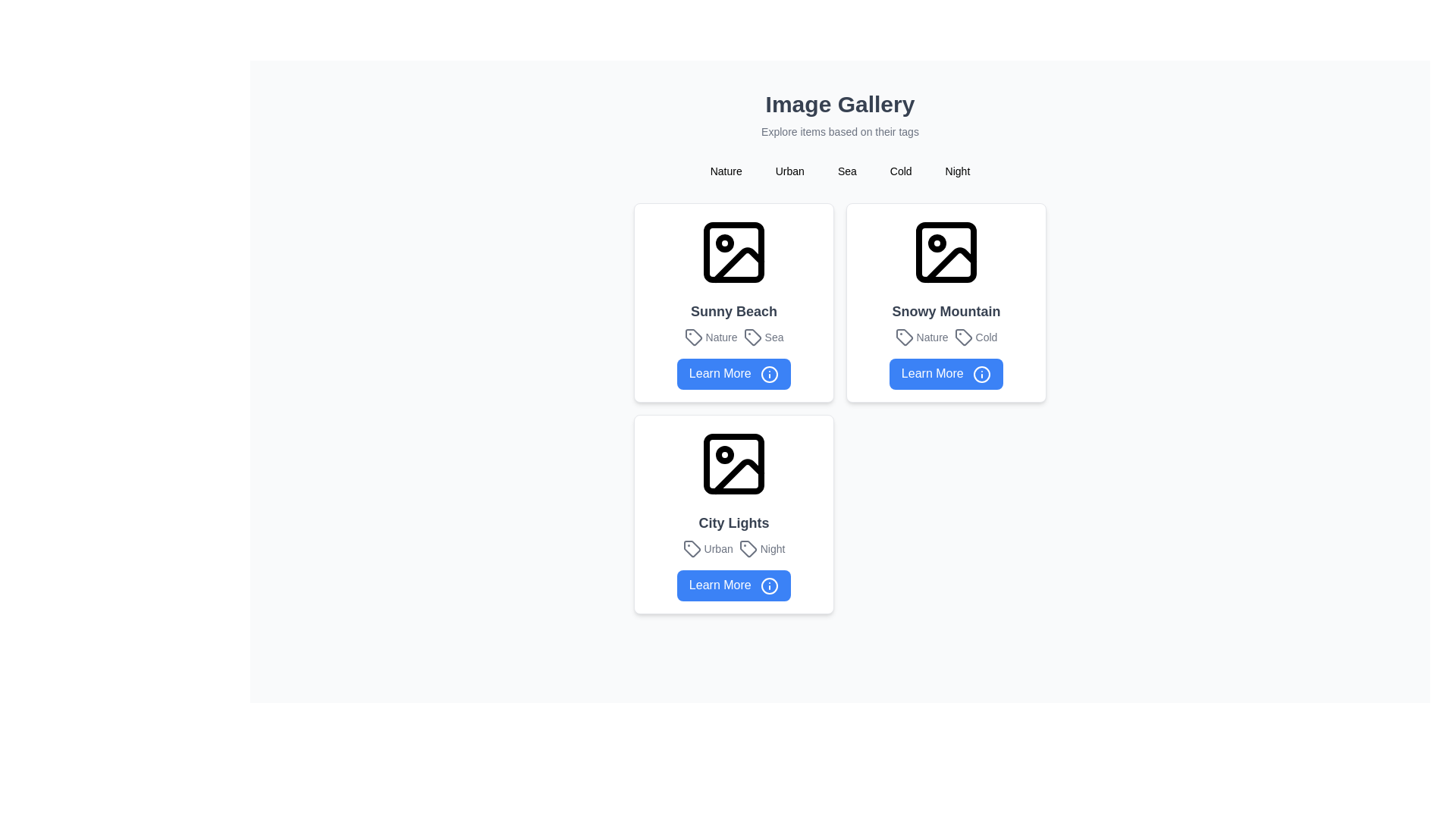 This screenshot has width=1456, height=819. What do you see at coordinates (946, 374) in the screenshot?
I see `the call-to-action button located within the 'Snowy Mountain' card` at bounding box center [946, 374].